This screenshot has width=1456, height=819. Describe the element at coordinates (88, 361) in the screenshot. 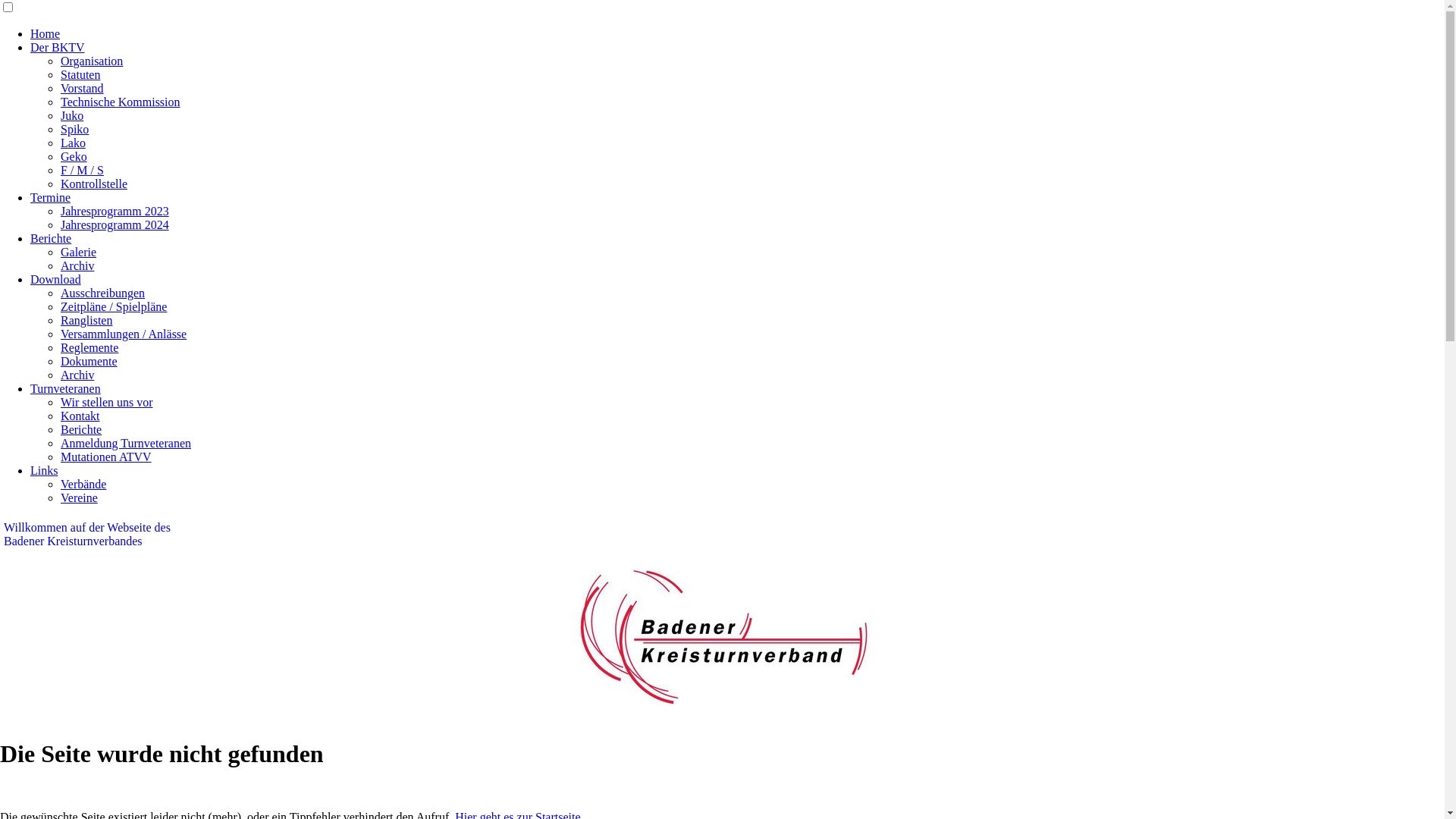

I see `'Dokumente'` at that location.